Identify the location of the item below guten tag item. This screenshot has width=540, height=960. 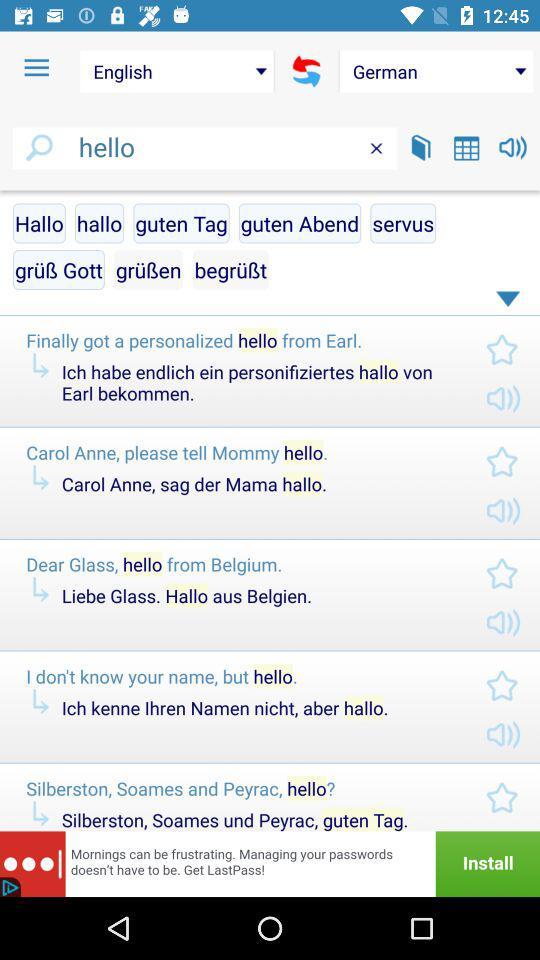
(229, 268).